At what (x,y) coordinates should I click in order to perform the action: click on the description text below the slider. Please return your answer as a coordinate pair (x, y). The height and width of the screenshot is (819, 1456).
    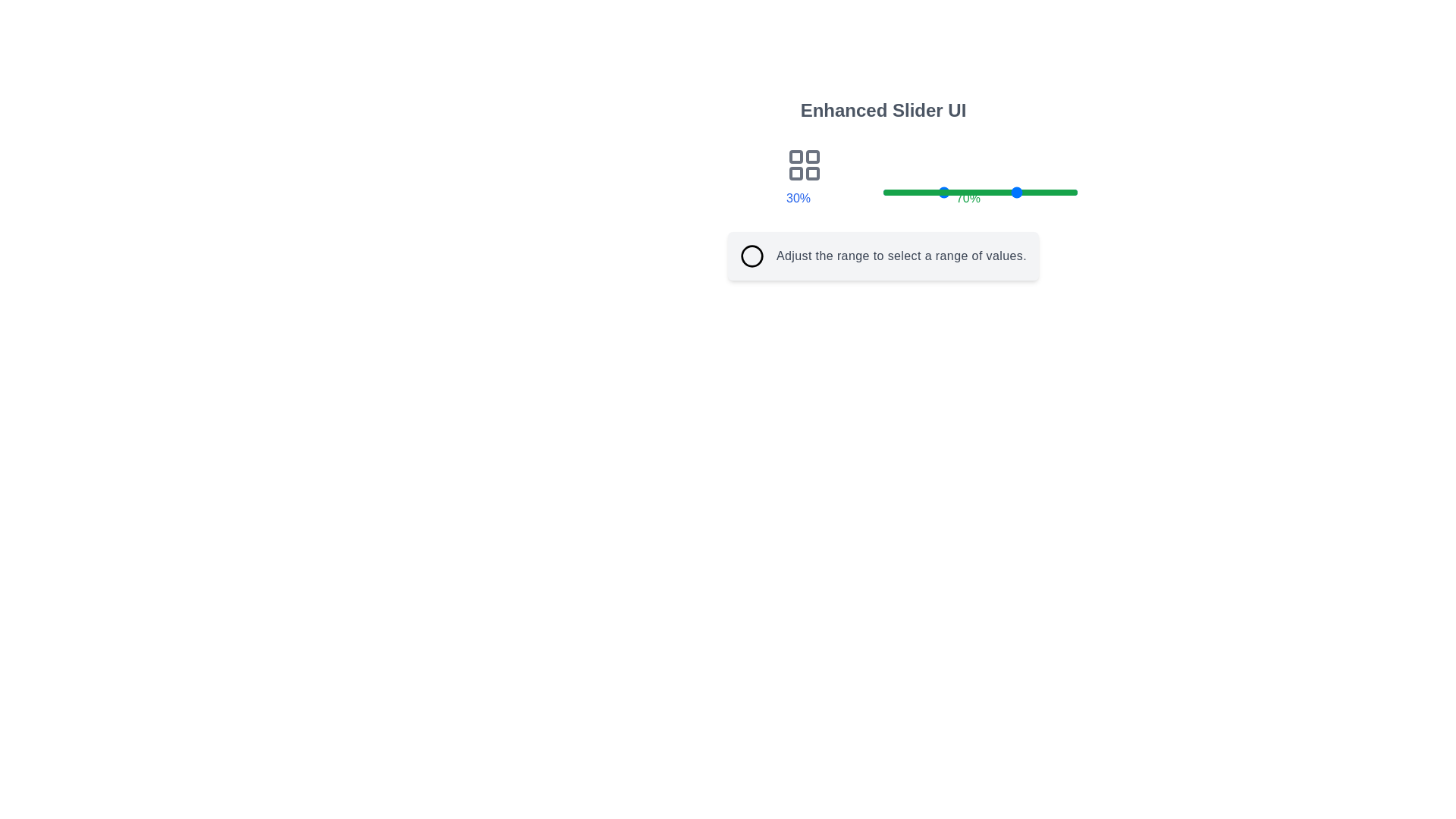
    Looking at the image, I should click on (902, 256).